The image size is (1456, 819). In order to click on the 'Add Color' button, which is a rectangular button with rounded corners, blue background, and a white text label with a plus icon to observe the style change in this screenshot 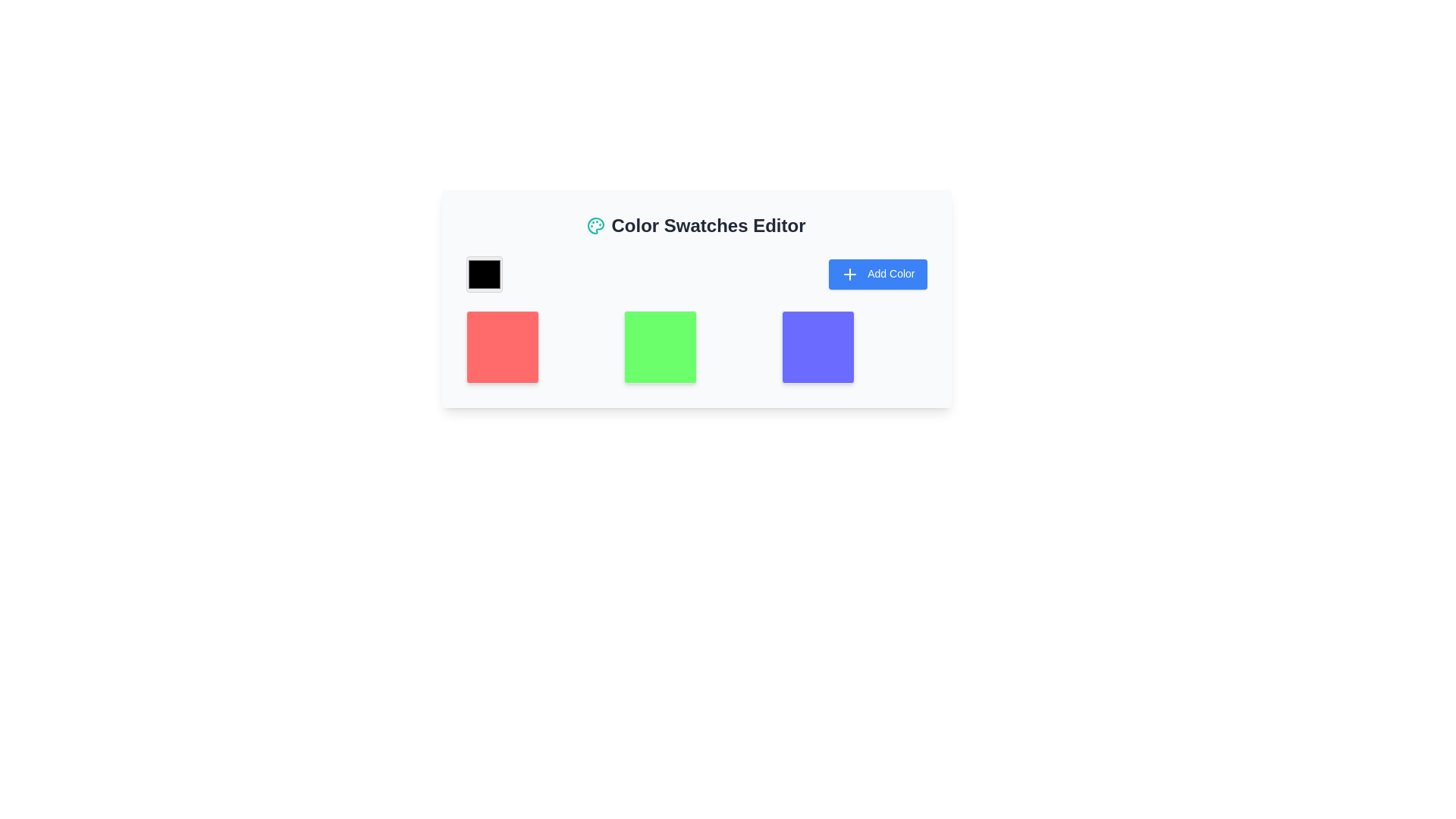, I will do `click(877, 275)`.